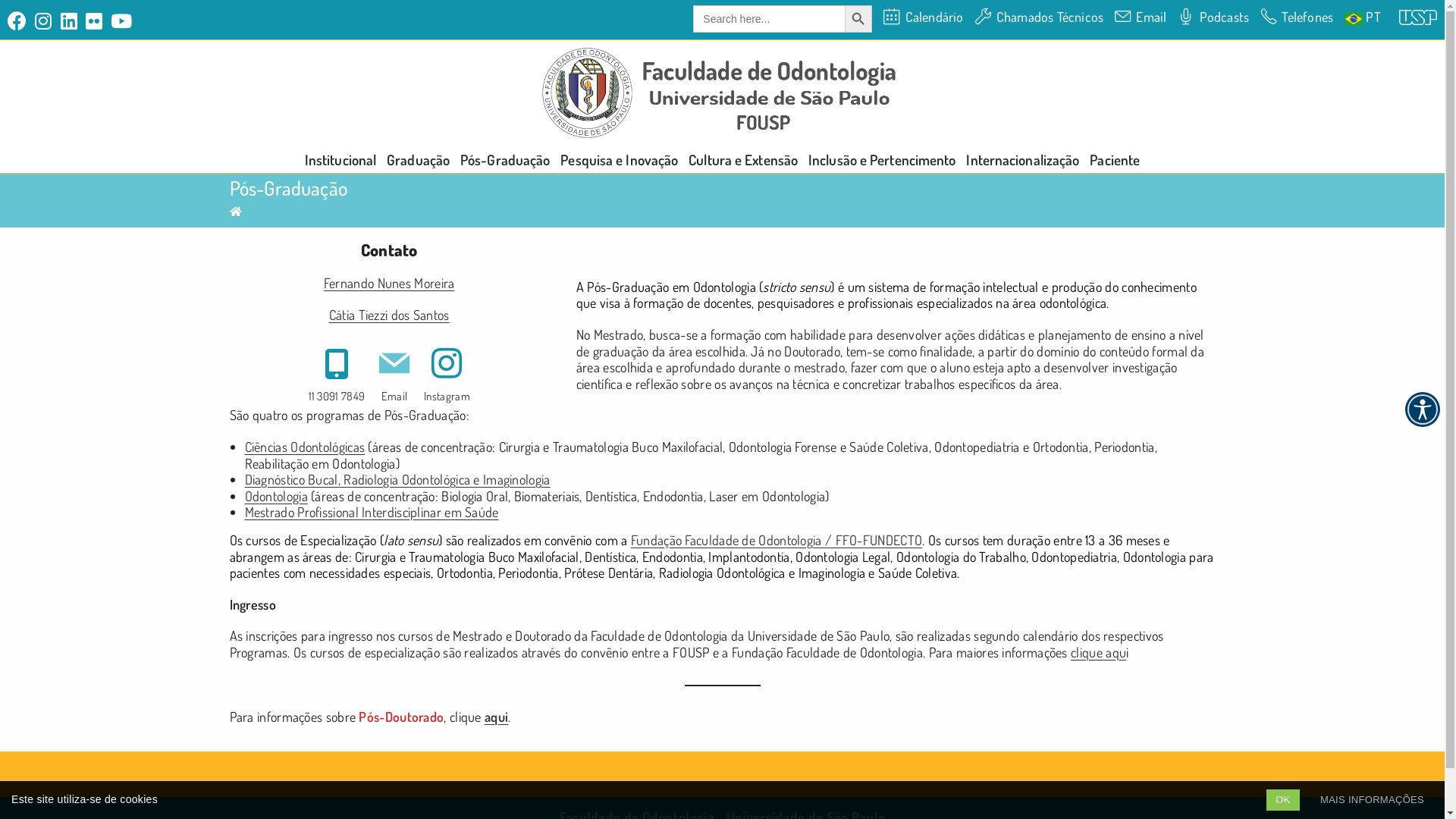 Image resolution: width=1456 pixels, height=819 pixels. Describe the element at coordinates (1114, 159) in the screenshot. I see `'Paciente'` at that location.